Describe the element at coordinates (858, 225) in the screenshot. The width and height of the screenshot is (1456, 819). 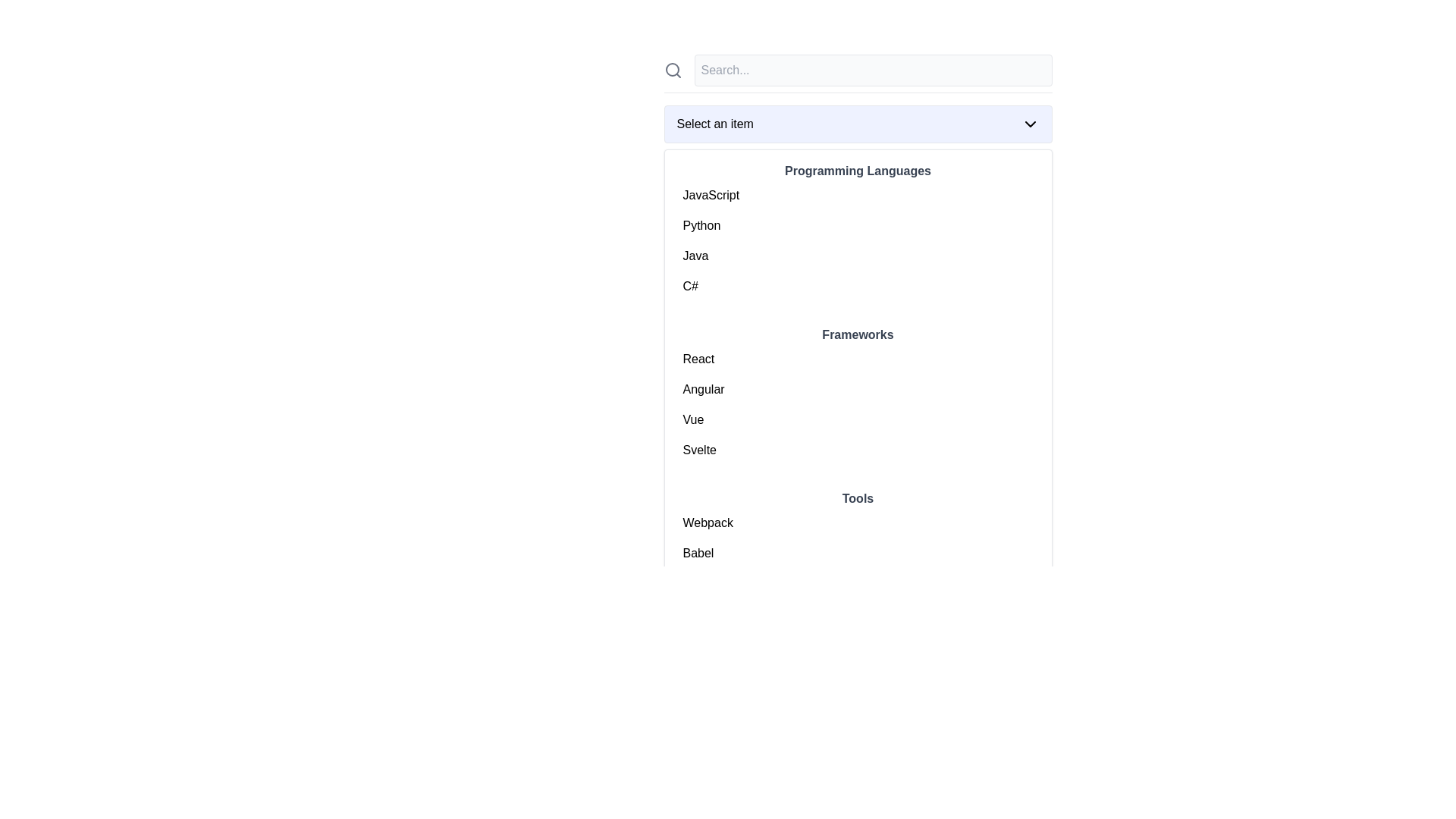
I see `the second item in the 'Programming Languages' list, which corresponds to 'Python'` at that location.